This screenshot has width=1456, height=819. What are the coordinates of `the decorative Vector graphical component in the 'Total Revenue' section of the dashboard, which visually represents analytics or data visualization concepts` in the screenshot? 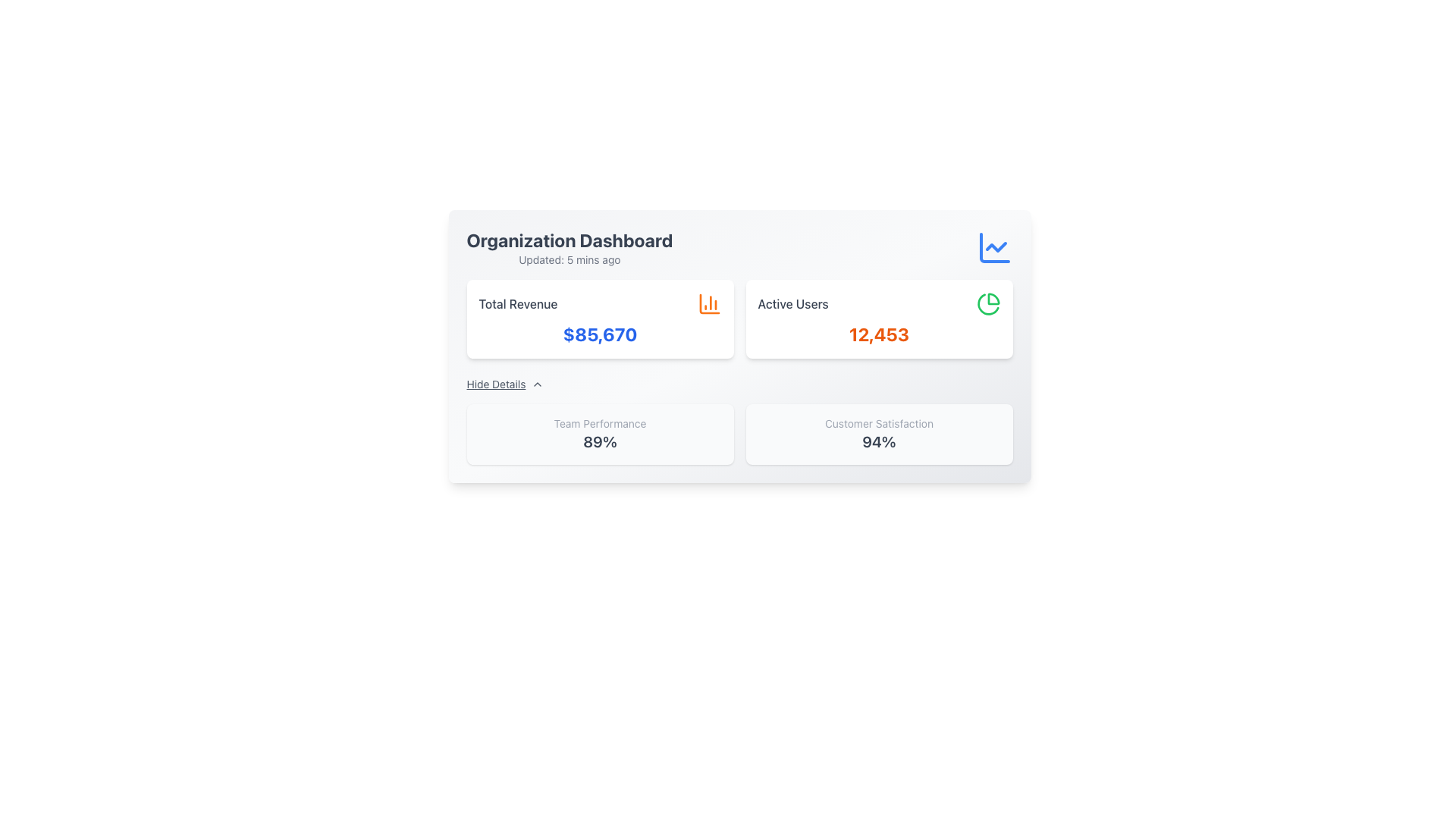 It's located at (708, 304).